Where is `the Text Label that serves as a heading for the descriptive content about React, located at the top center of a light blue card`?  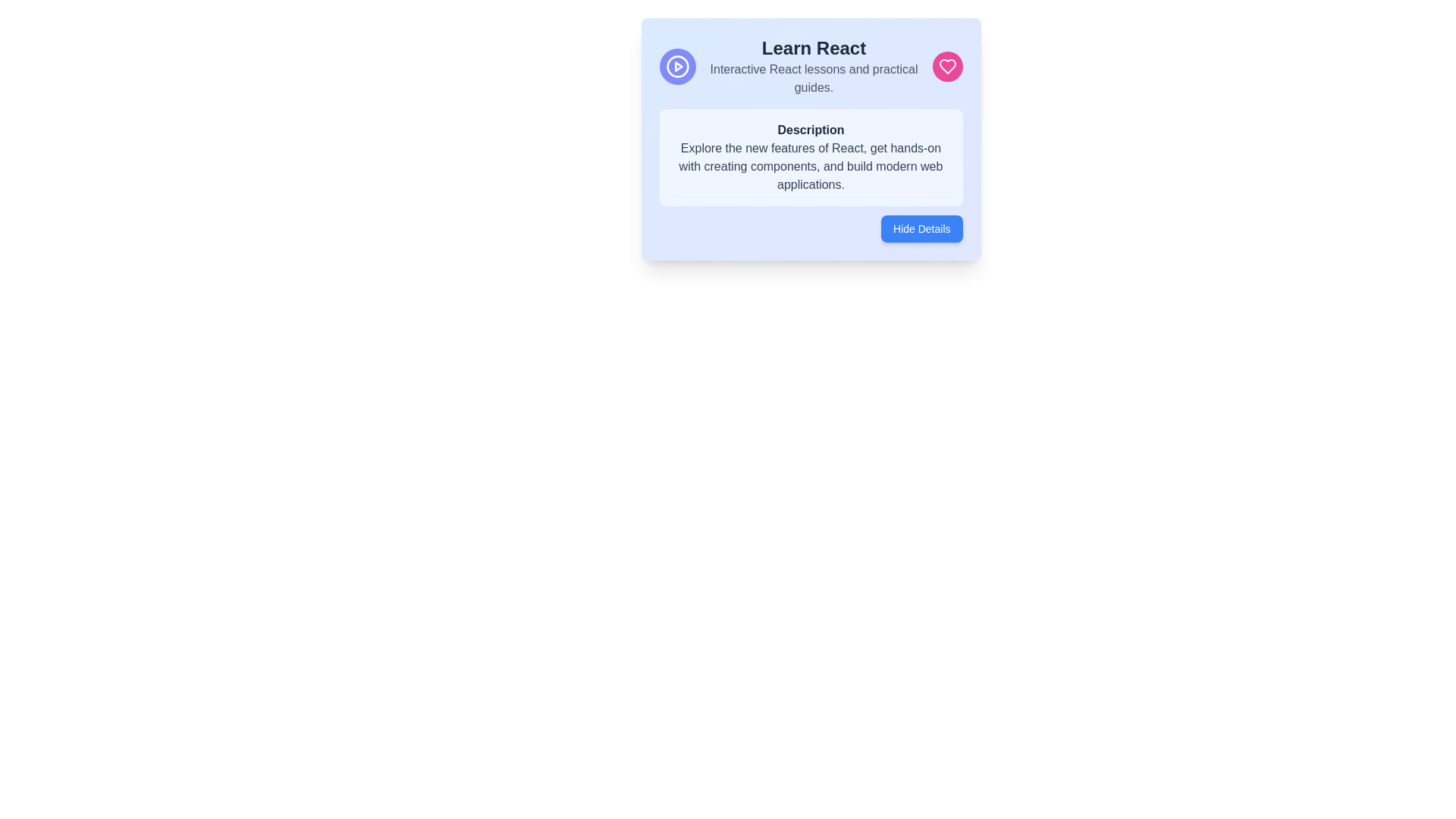
the Text Label that serves as a heading for the descriptive content about React, located at the top center of a light blue card is located at coordinates (810, 130).